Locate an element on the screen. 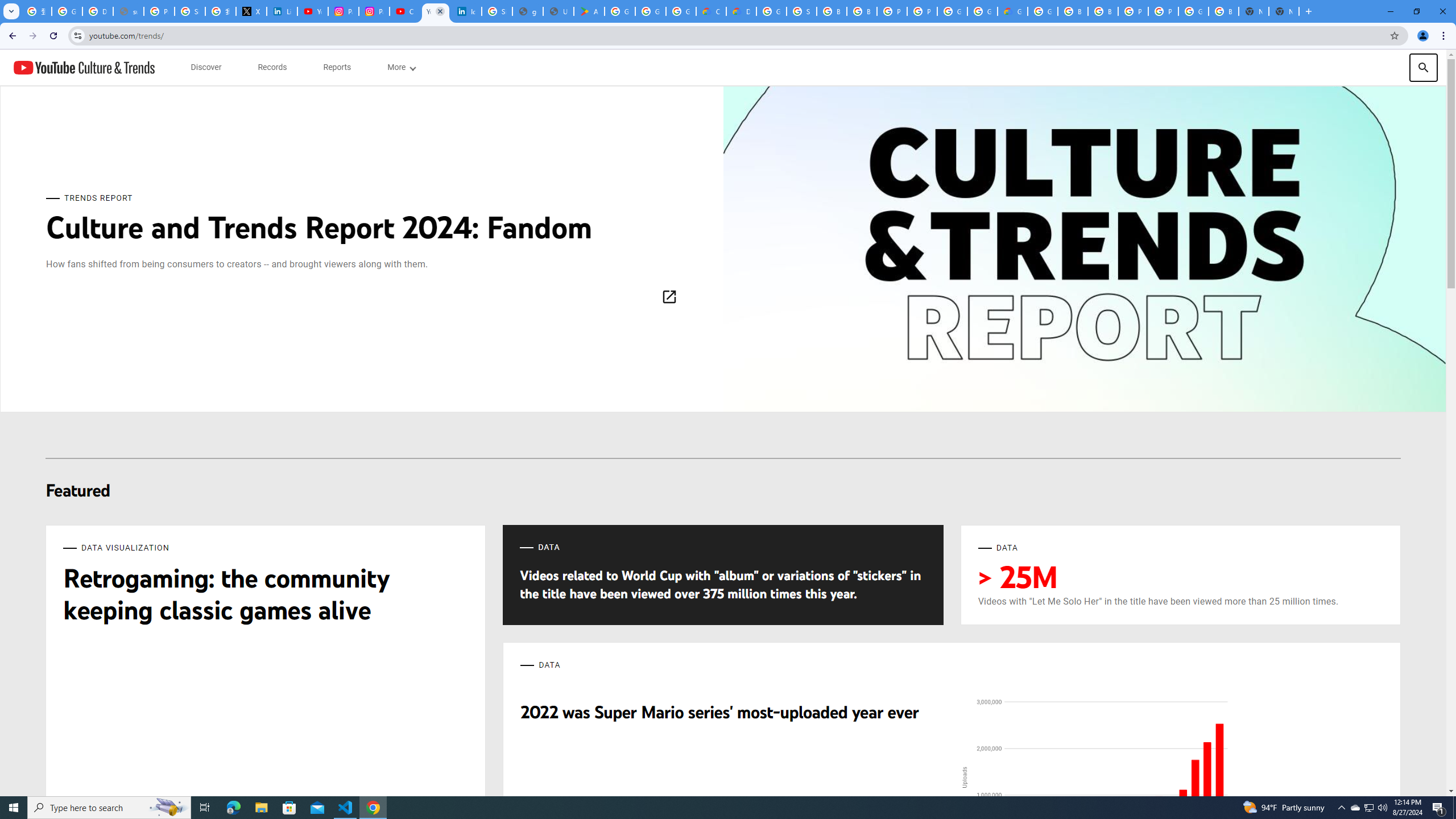  'YouTube Culture & Trends' is located at coordinates (83, 67).